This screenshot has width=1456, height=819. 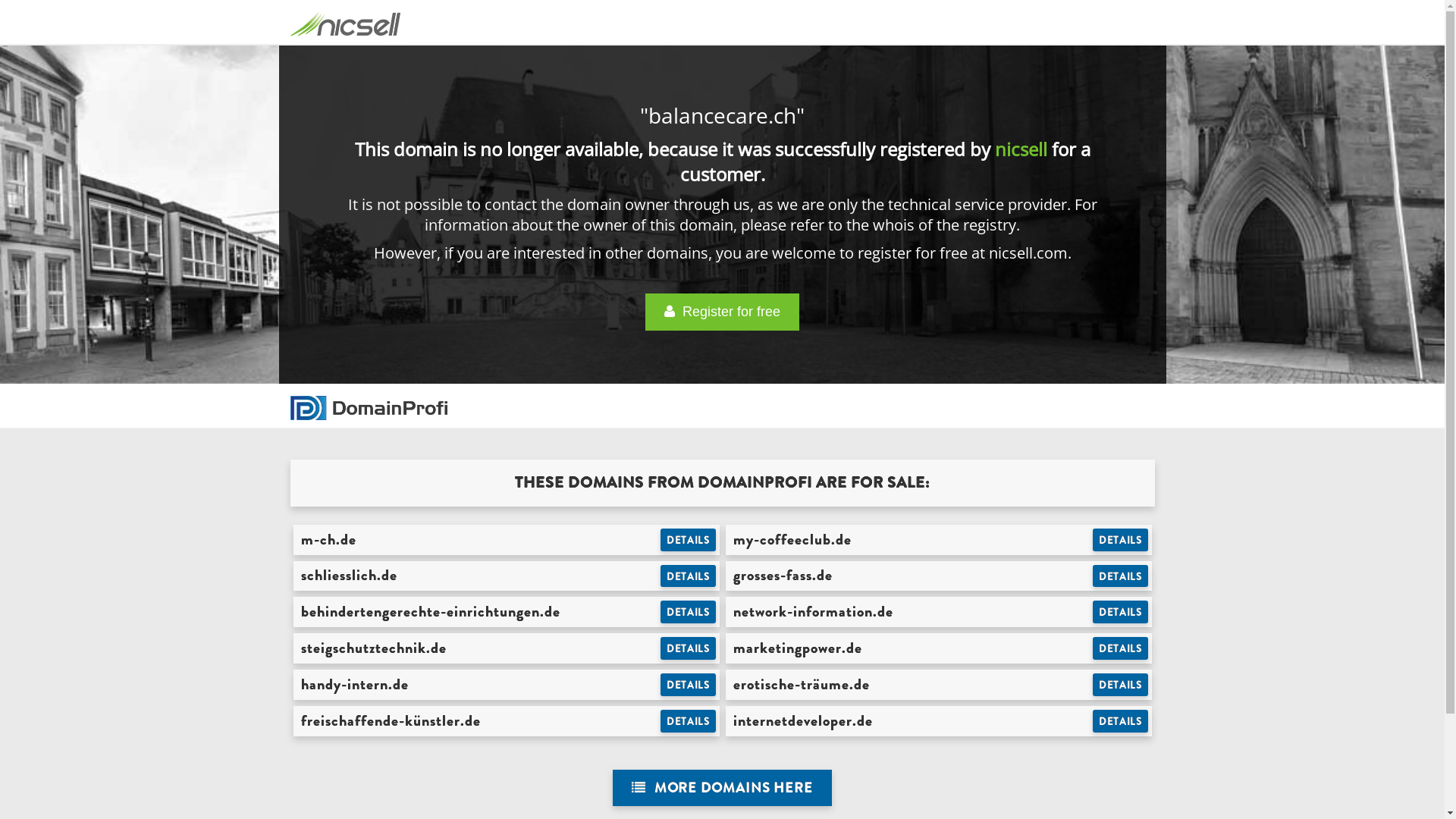 What do you see at coordinates (687, 539) in the screenshot?
I see `'DETAILS'` at bounding box center [687, 539].